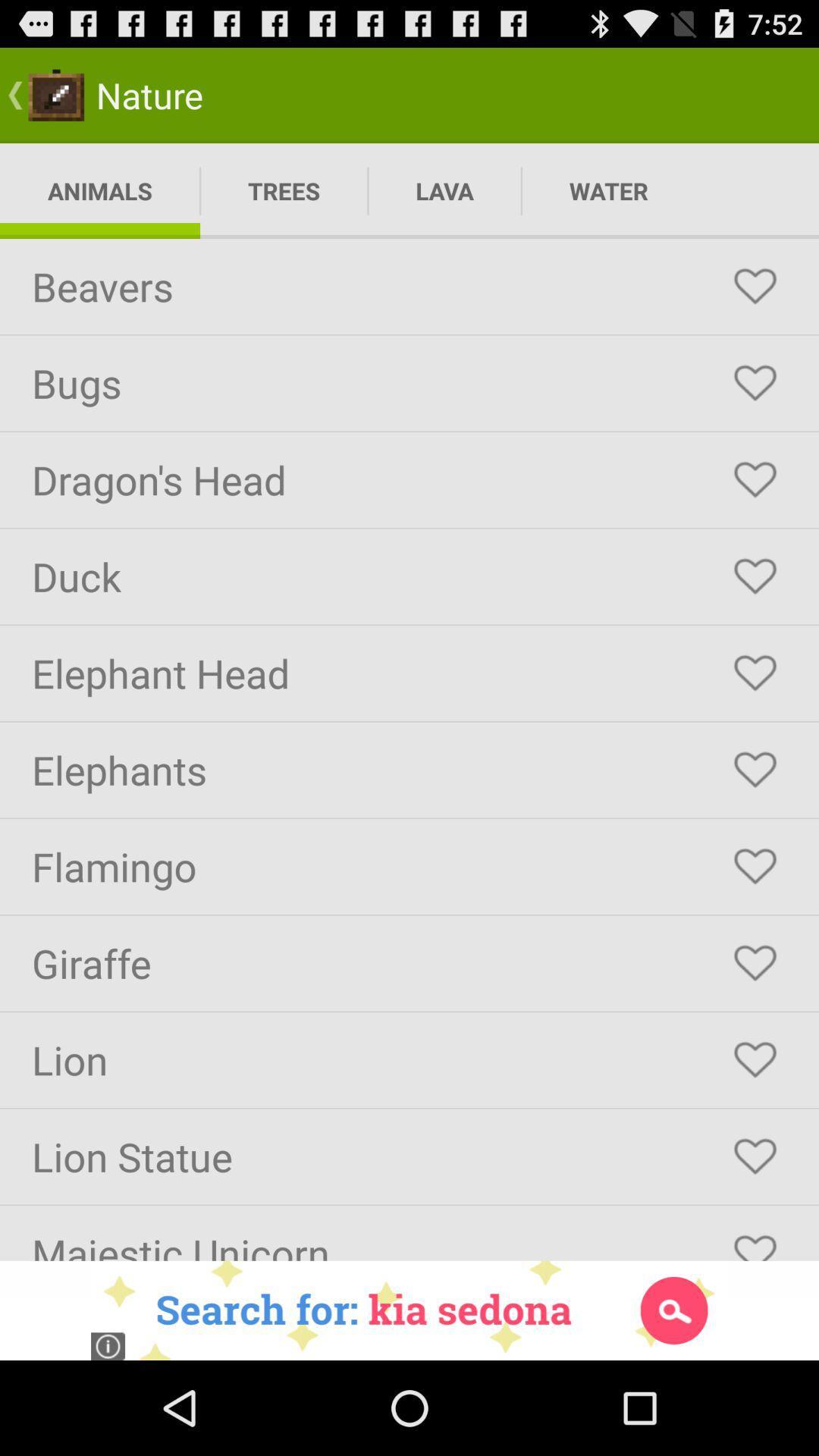 The image size is (819, 1456). Describe the element at coordinates (409, 1310) in the screenshot. I see `search` at that location.